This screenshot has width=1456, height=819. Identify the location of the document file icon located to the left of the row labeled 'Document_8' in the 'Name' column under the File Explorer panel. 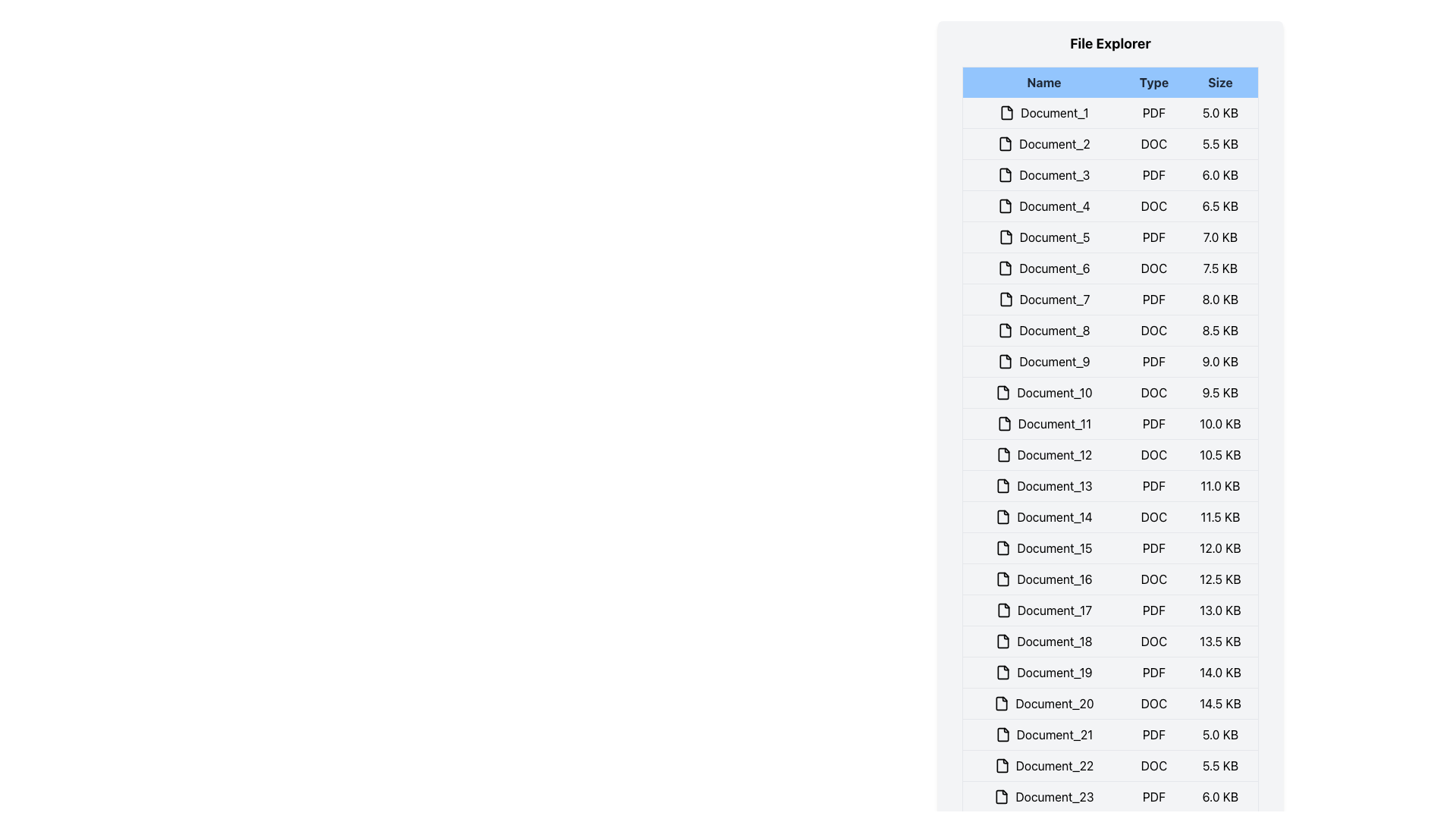
(1006, 329).